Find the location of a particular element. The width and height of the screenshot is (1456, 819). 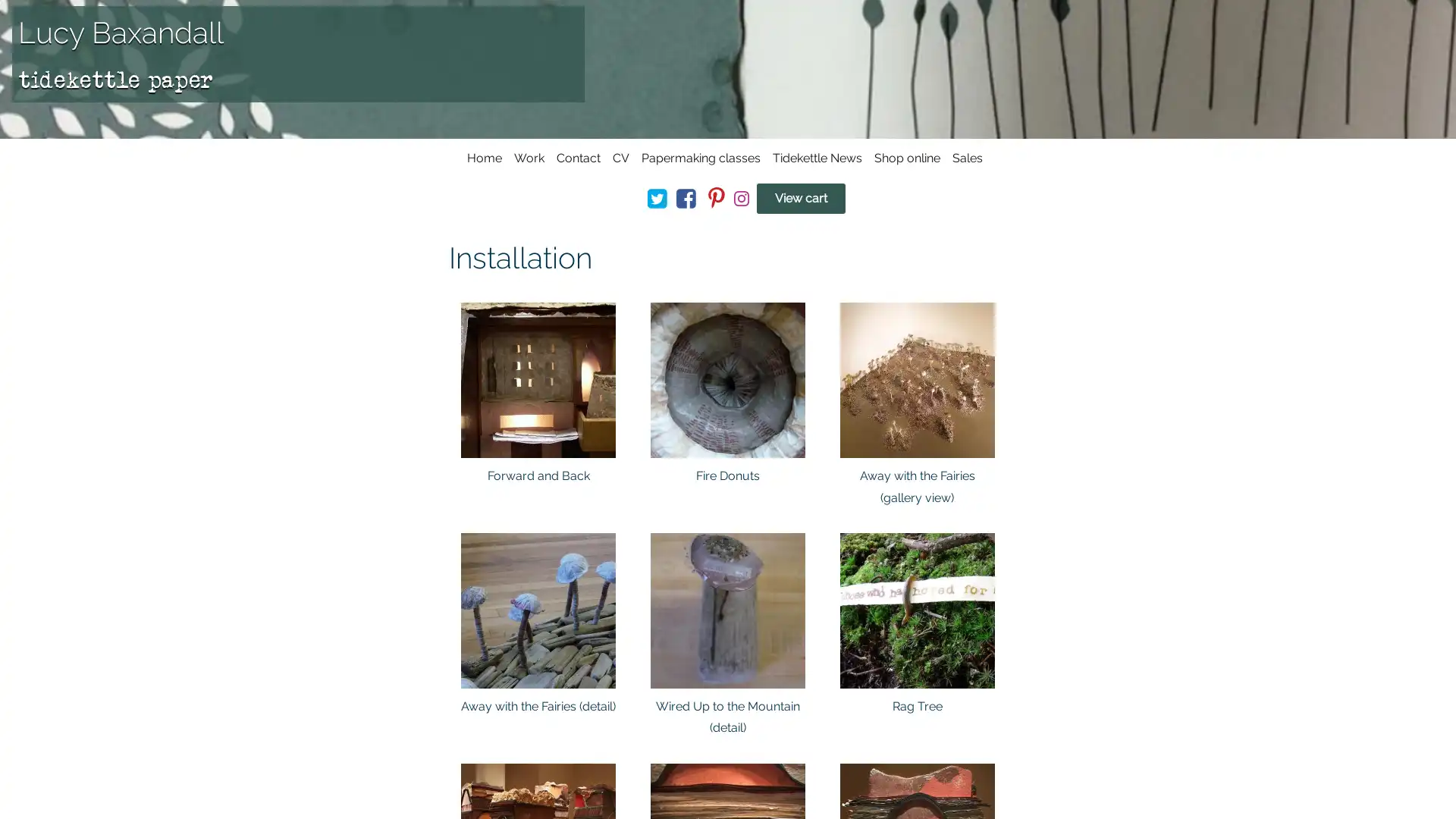

View cart is located at coordinates (799, 198).